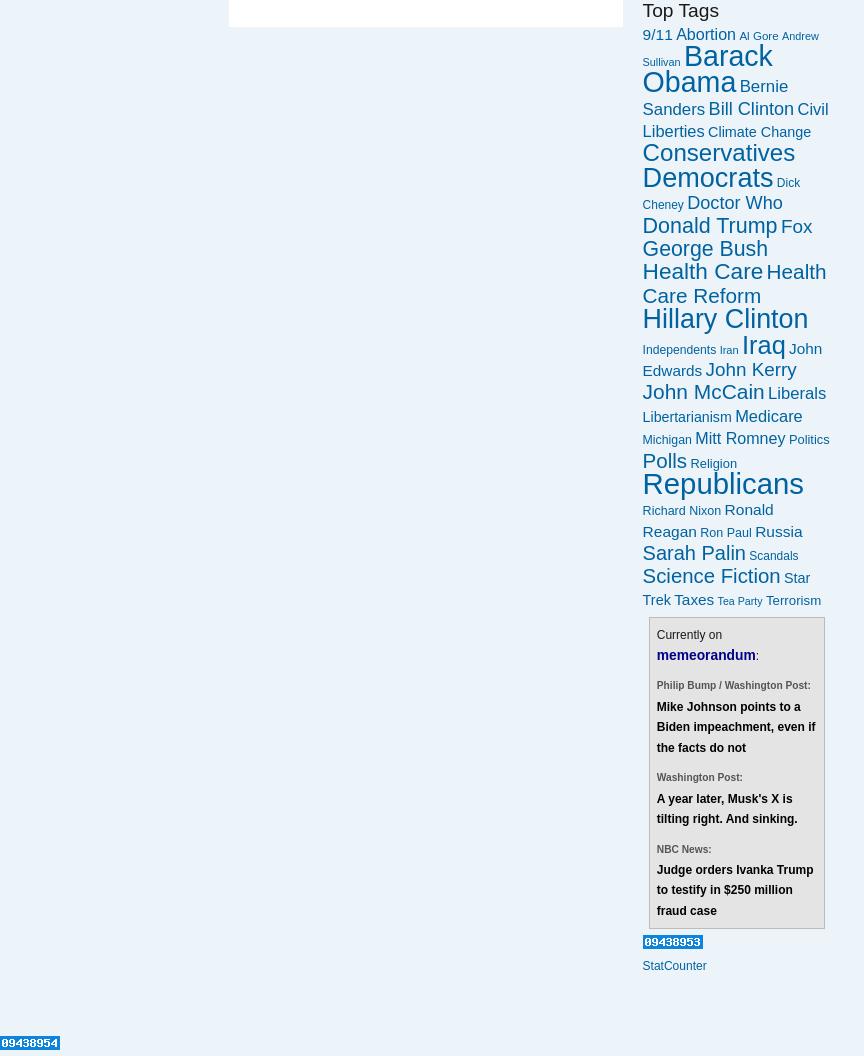 This screenshot has height=1056, width=864. Describe the element at coordinates (767, 392) in the screenshot. I see `'Liberals'` at that location.